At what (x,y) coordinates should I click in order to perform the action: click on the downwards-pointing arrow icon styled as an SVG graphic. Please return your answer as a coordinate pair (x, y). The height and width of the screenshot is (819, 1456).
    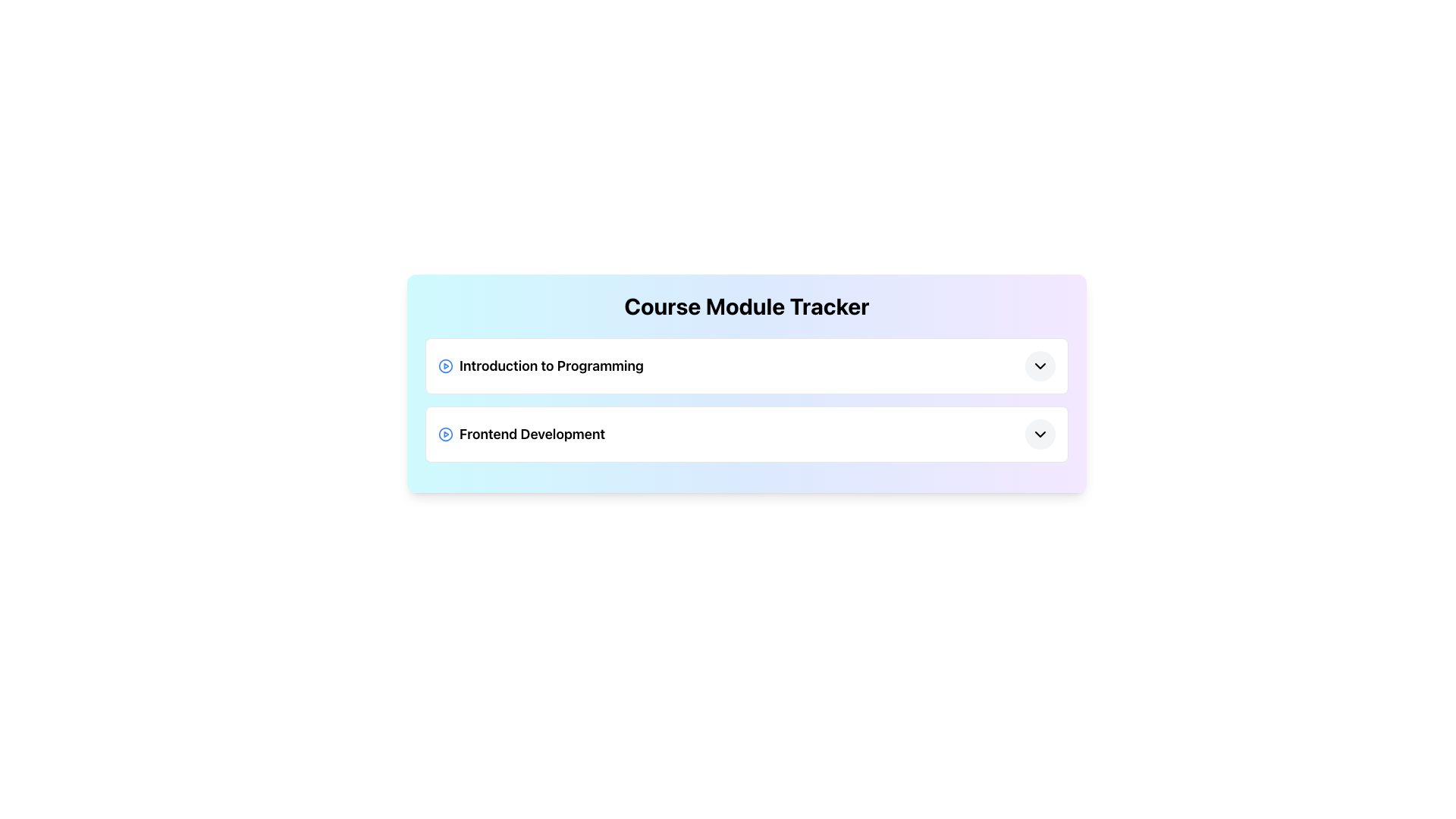
    Looking at the image, I should click on (1040, 366).